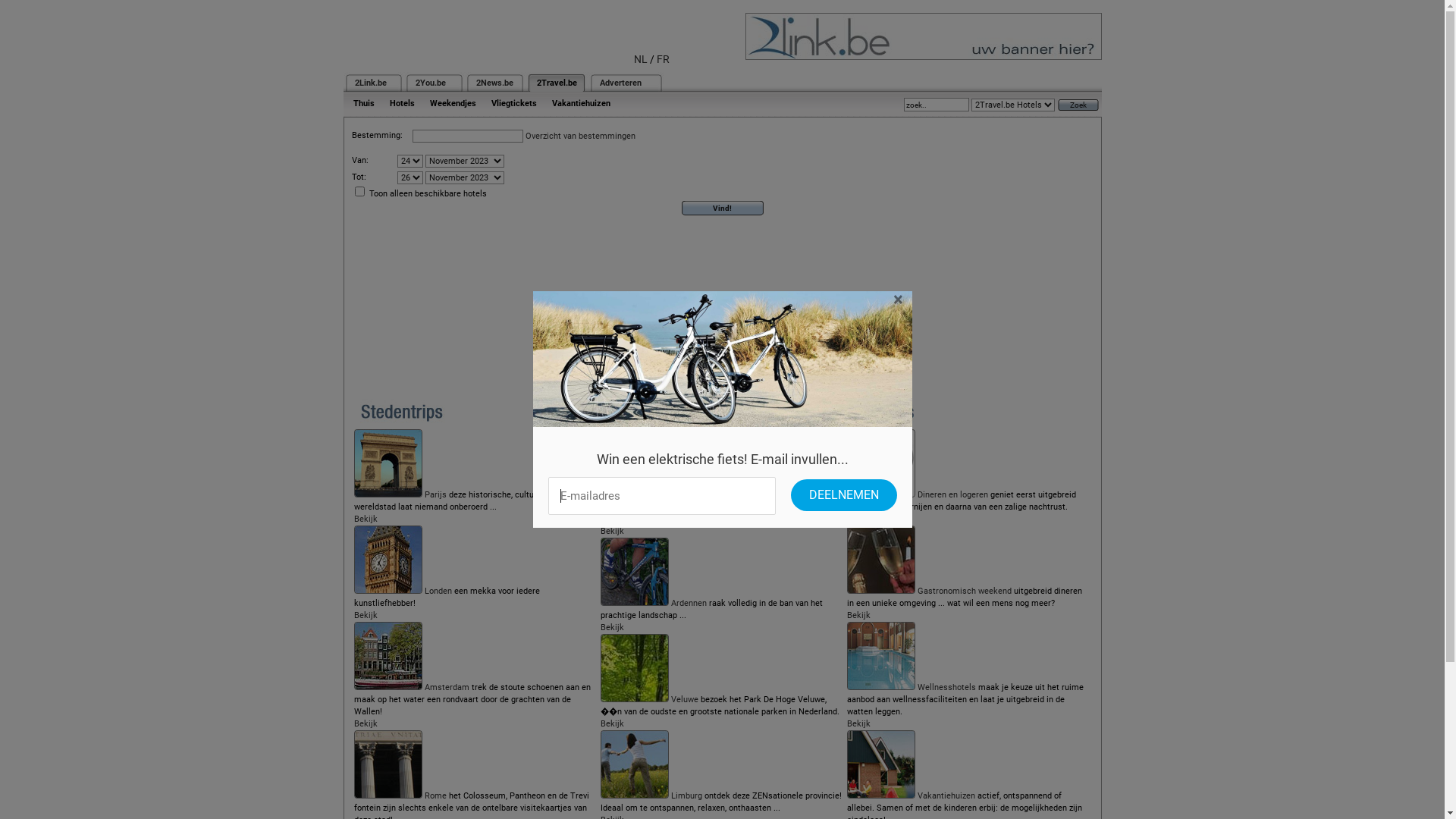 This screenshot has width=1456, height=819. Describe the element at coordinates (640, 58) in the screenshot. I see `'NL'` at that location.